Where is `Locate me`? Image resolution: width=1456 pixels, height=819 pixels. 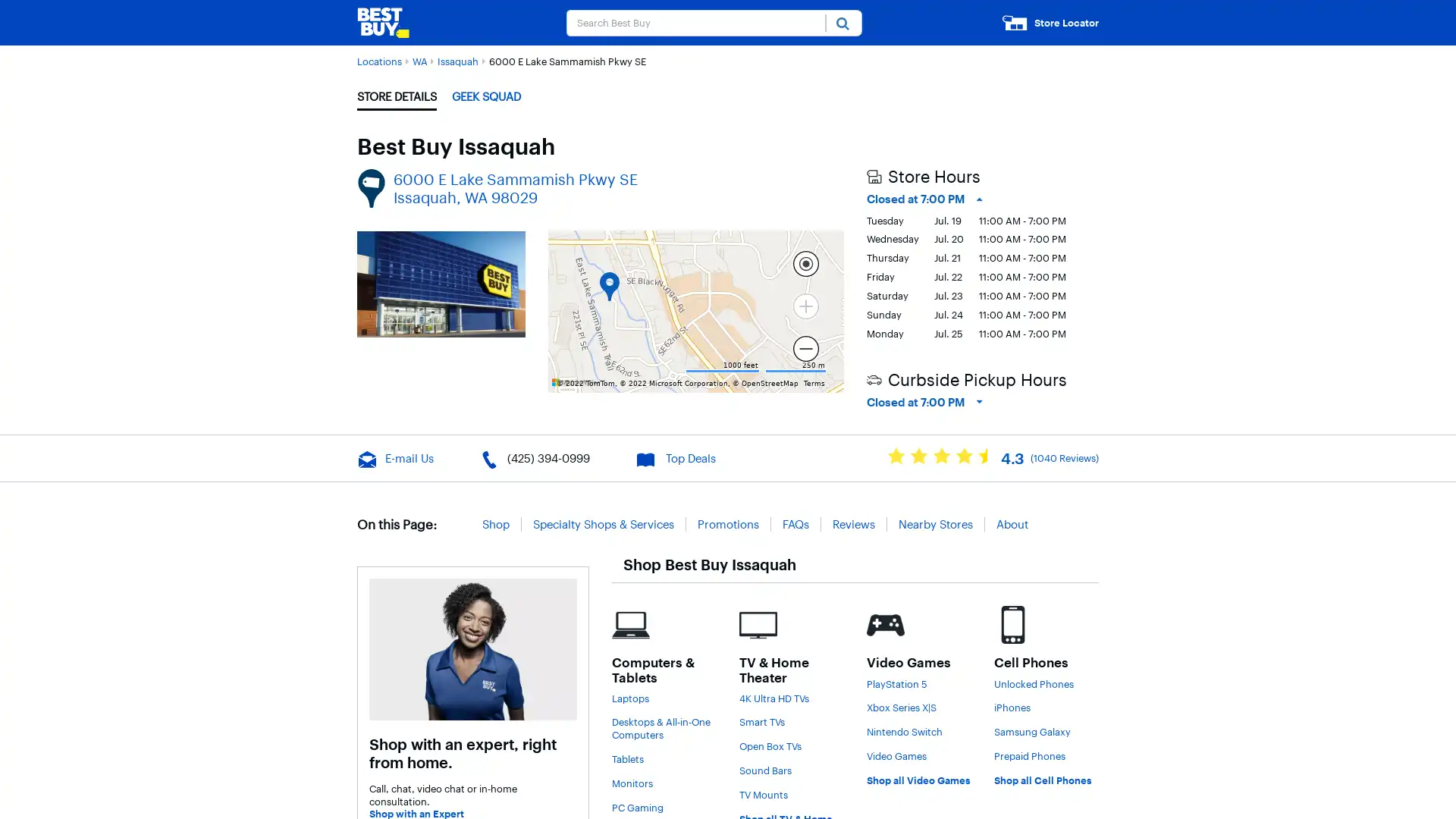 Locate me is located at coordinates (805, 262).